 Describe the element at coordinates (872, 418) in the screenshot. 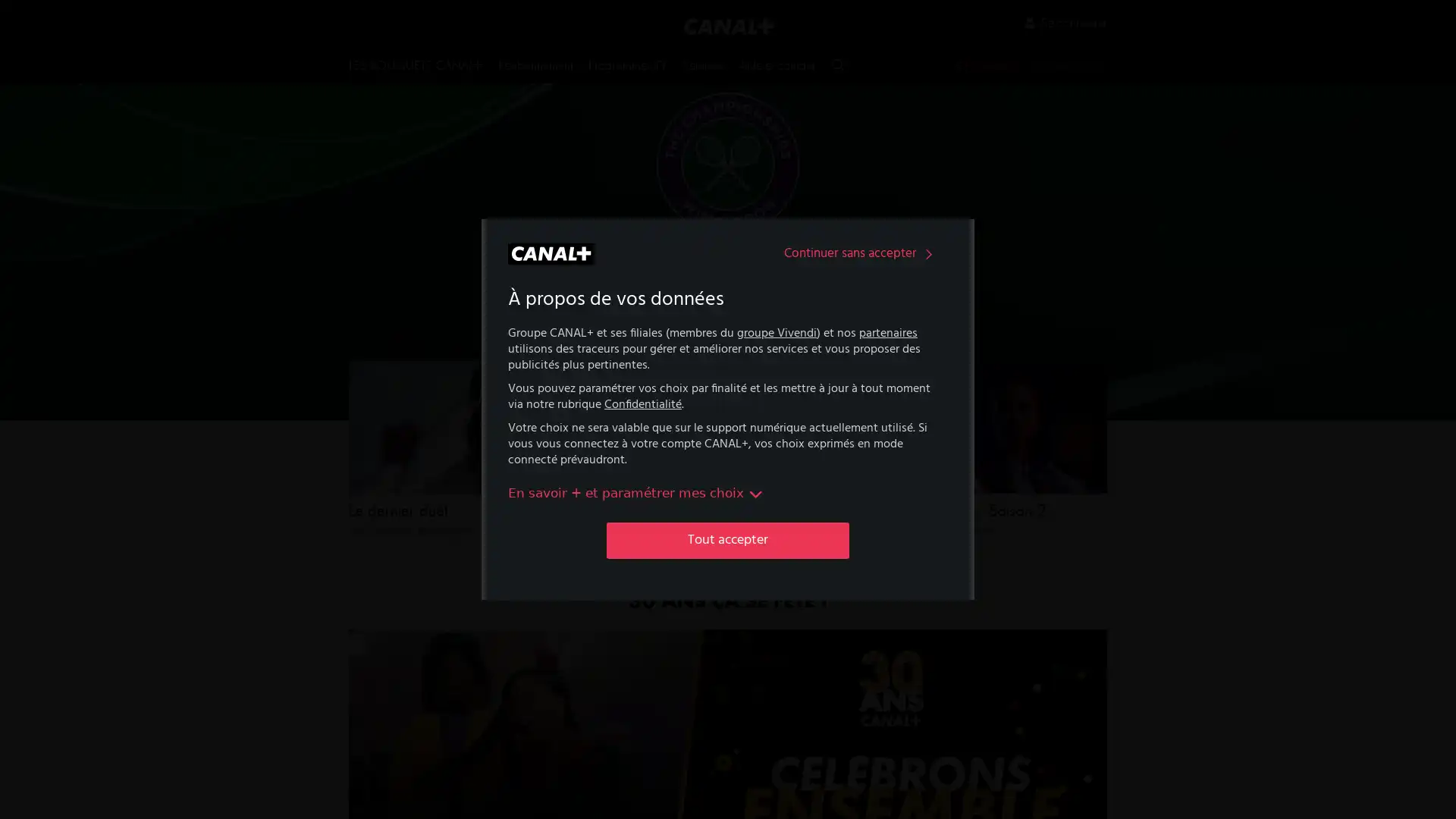

I see `Republique Centrafricaine` at that location.